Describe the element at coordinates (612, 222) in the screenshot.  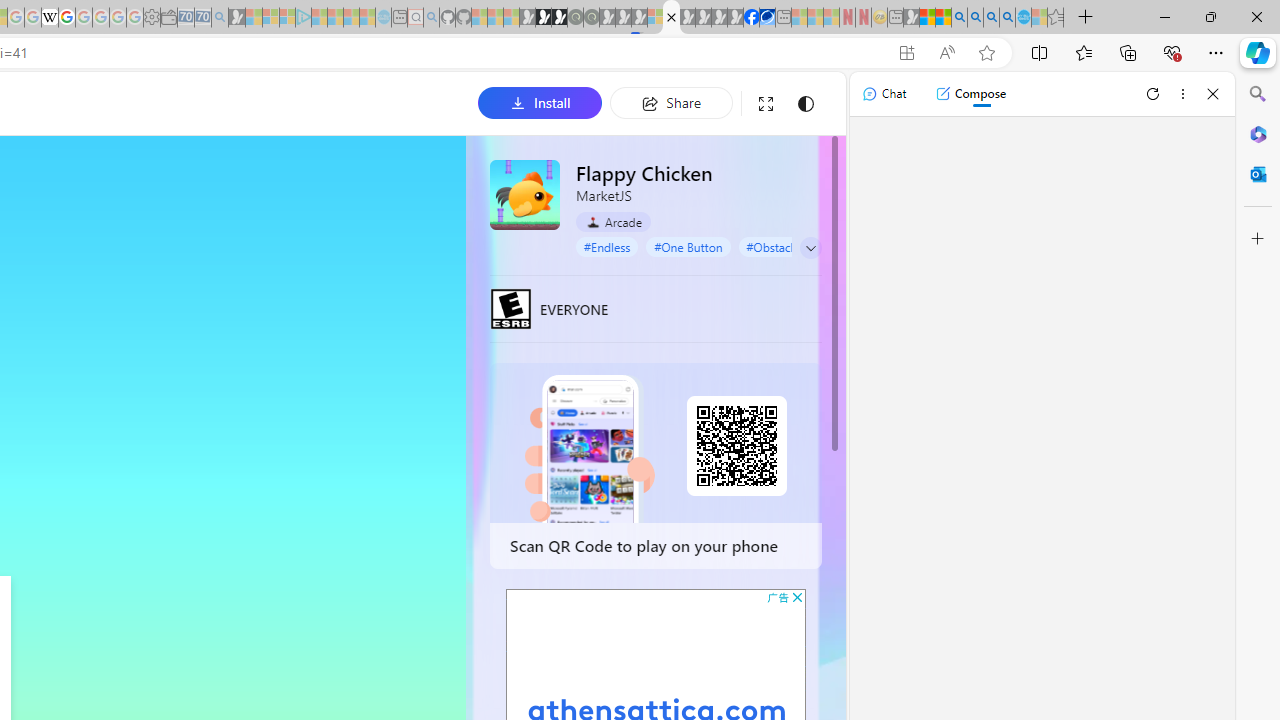
I see `'Arcade'` at that location.